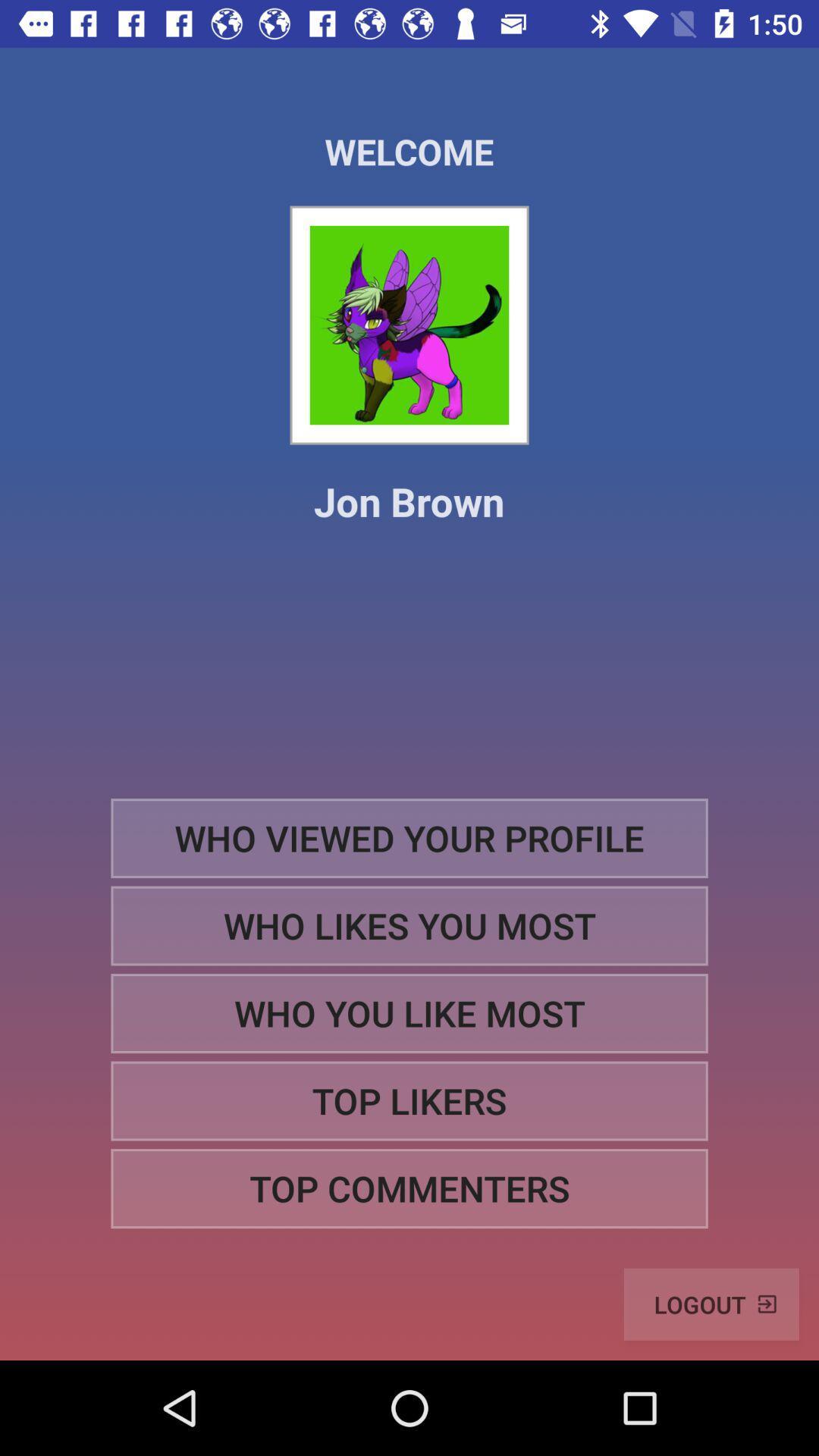 The width and height of the screenshot is (819, 1456). I want to click on top likers, so click(409, 1101).